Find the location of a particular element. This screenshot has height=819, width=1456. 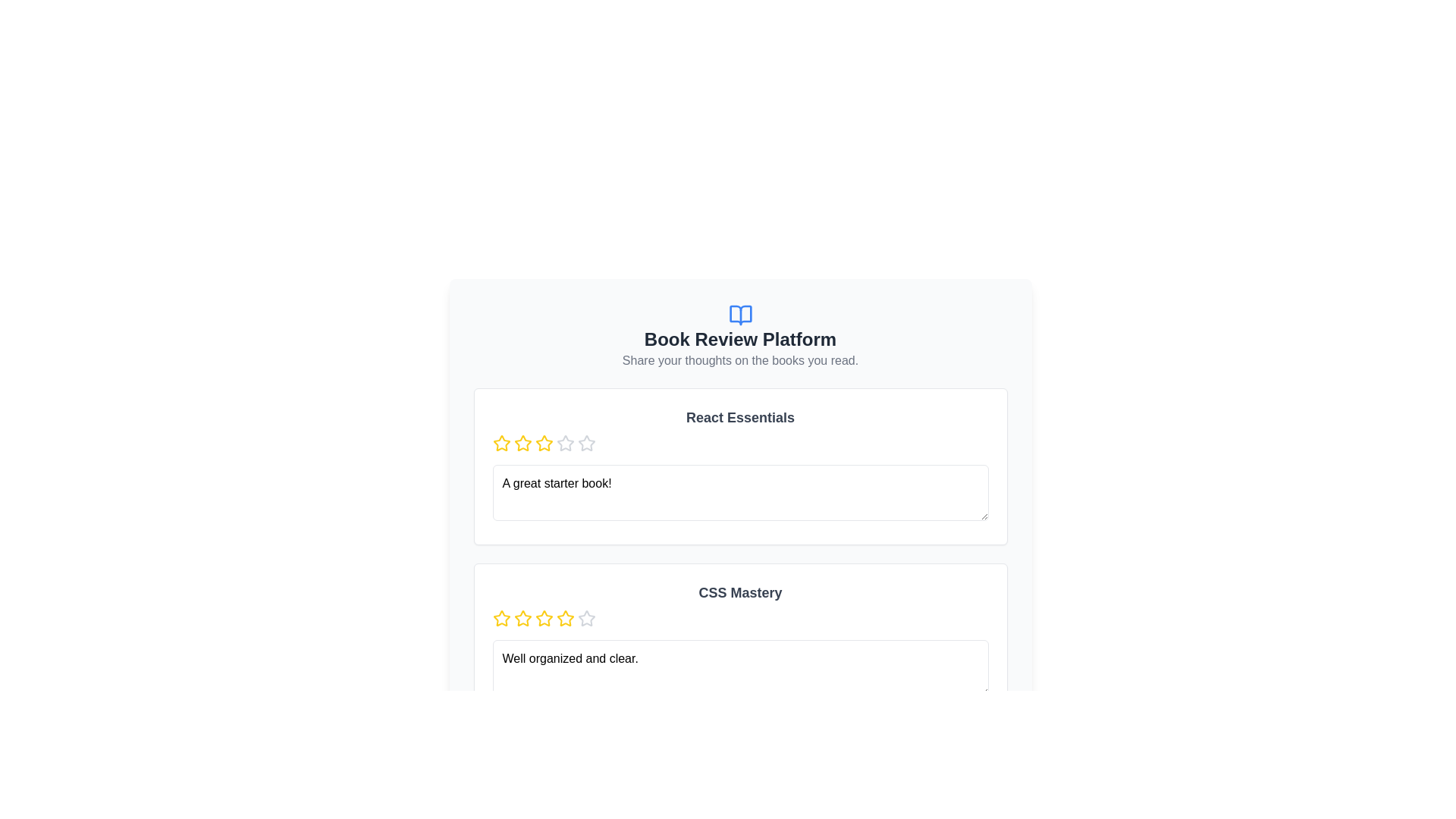

the second yellow star icon is located at coordinates (522, 618).